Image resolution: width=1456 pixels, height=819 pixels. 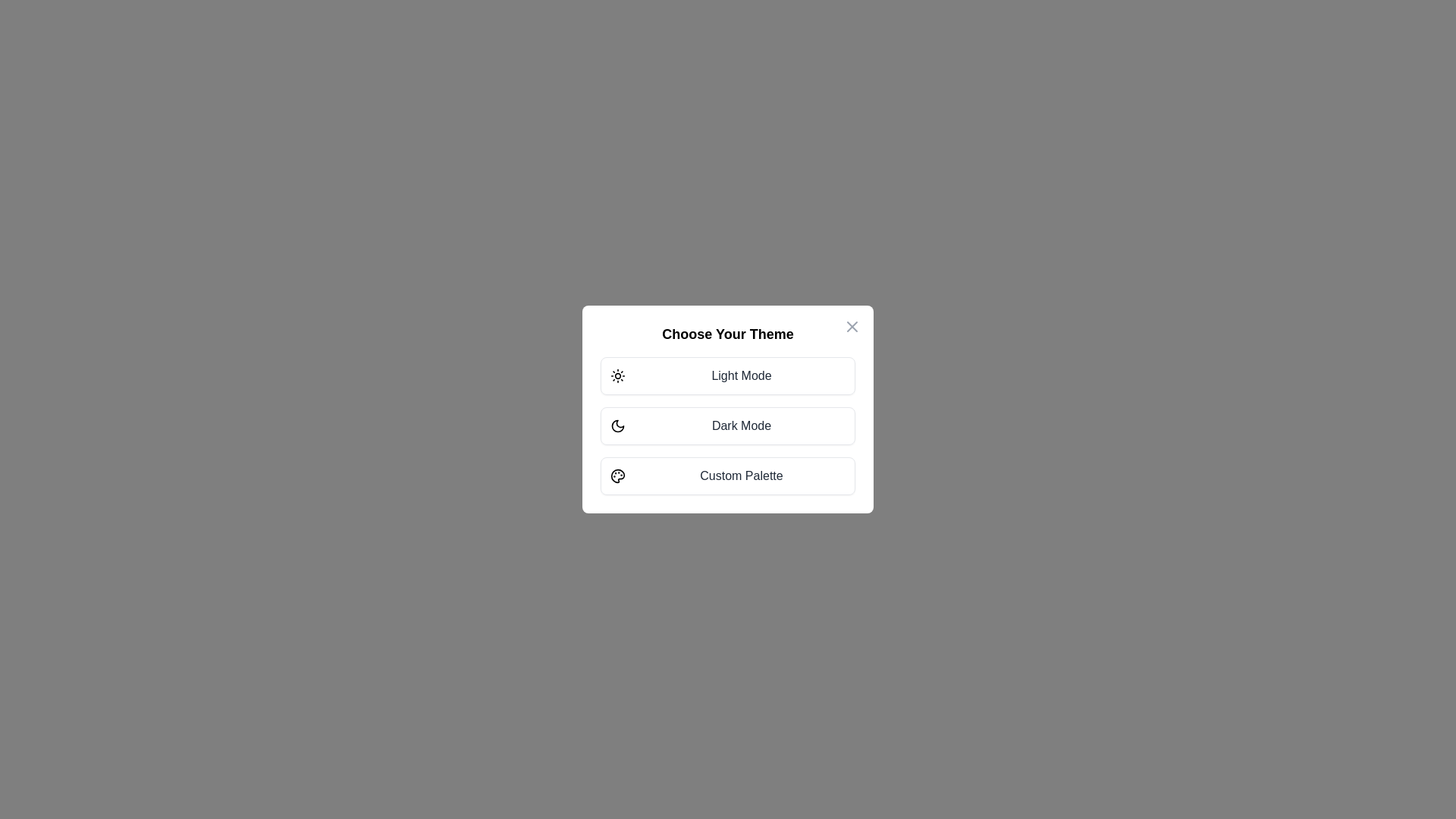 What do you see at coordinates (852, 326) in the screenshot?
I see `the 'X' button in the top-right corner of the dialog to close it` at bounding box center [852, 326].